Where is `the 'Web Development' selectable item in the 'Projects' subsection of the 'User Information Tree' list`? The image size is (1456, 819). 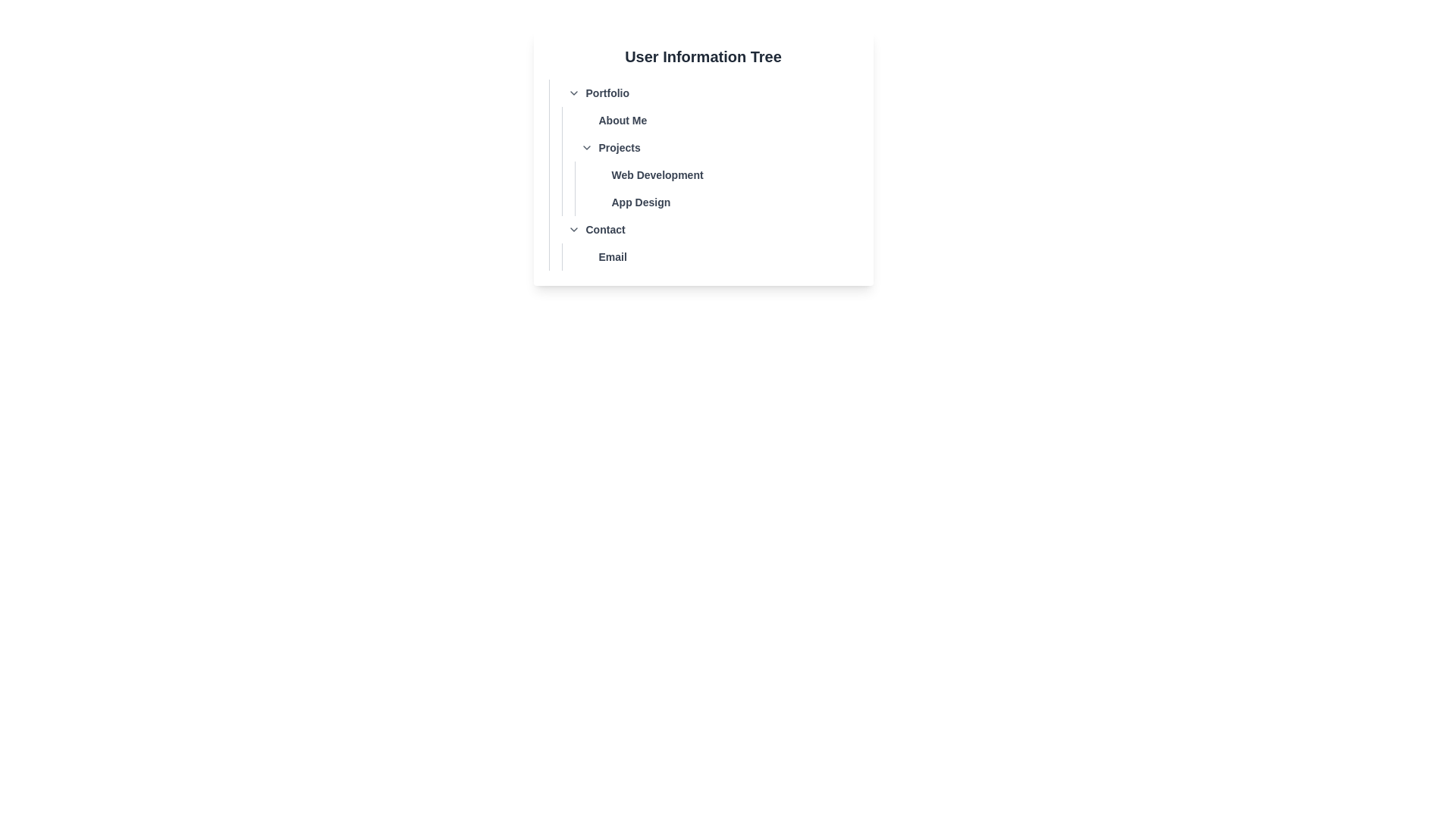 the 'Web Development' selectable item in the 'Projects' subsection of the 'User Information Tree' list is located at coordinates (702, 174).